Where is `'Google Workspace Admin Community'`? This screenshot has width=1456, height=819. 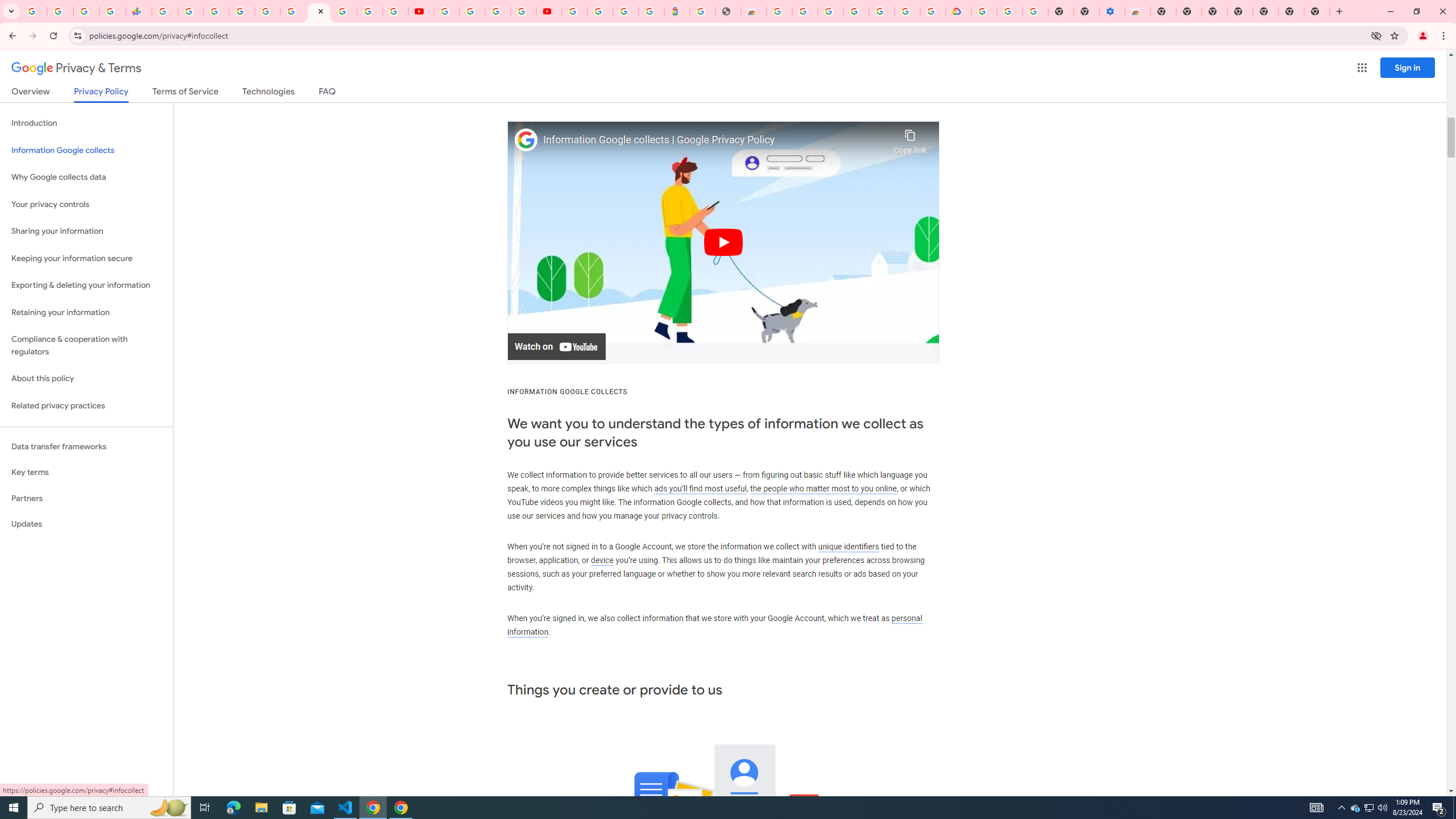
'Google Workspace Admin Community' is located at coordinates (34, 11).